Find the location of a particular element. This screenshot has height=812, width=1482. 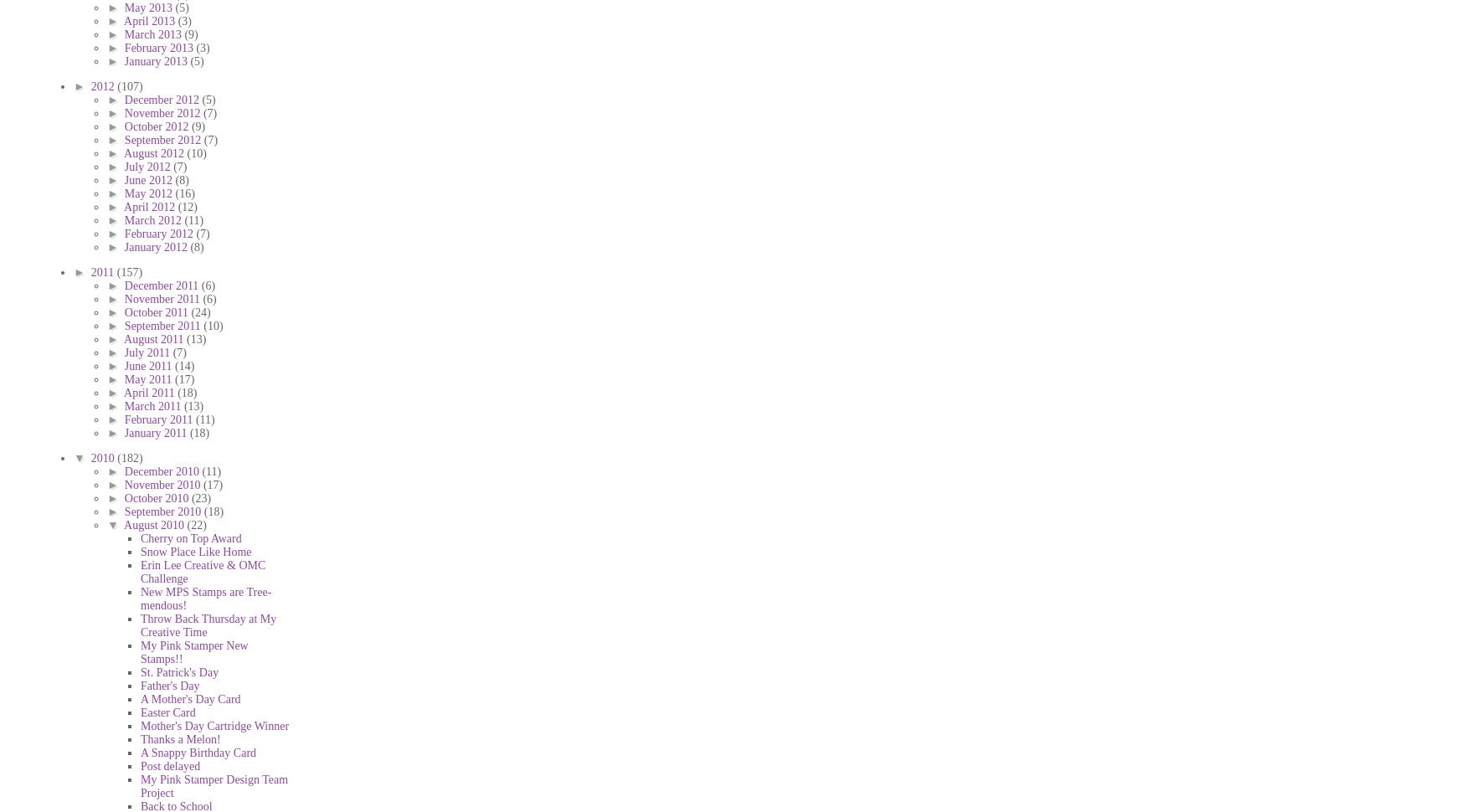

'A Snappy Birthday Card' is located at coordinates (198, 752).